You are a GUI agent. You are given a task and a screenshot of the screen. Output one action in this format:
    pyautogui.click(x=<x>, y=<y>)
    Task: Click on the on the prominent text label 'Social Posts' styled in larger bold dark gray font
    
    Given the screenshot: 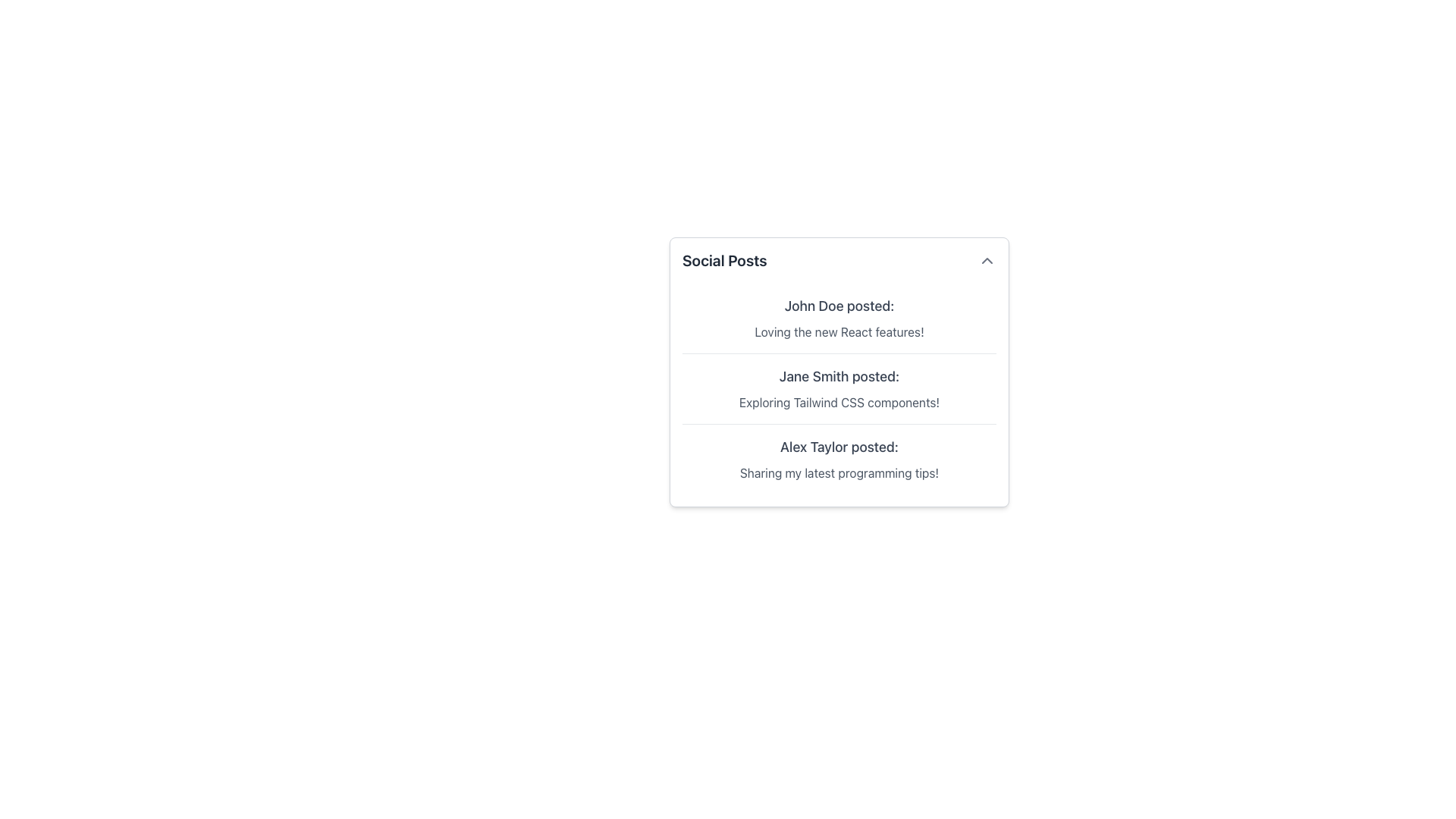 What is the action you would take?
    pyautogui.click(x=723, y=259)
    